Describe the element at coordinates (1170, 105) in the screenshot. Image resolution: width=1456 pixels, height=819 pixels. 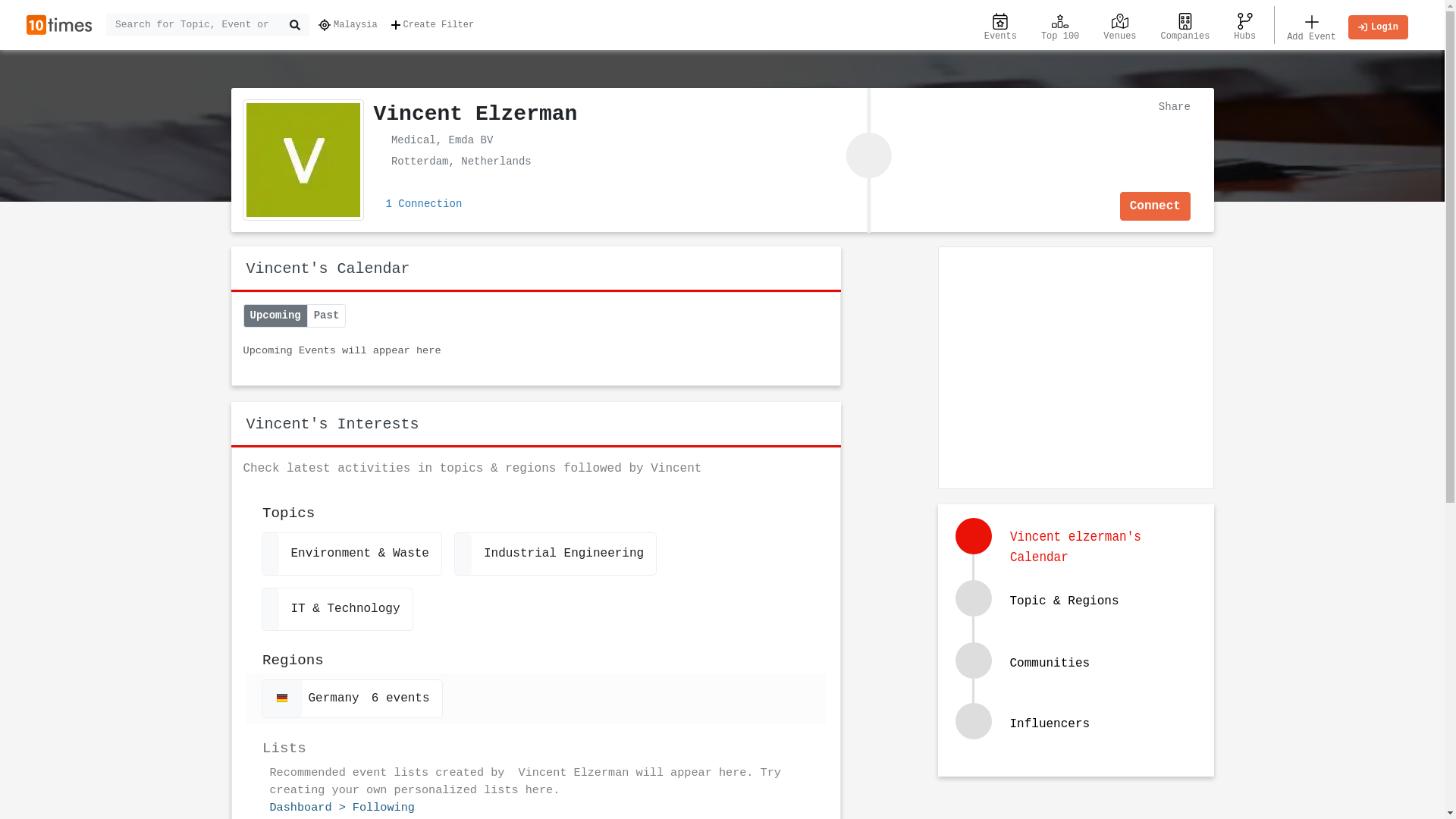
I see `'Share'` at that location.